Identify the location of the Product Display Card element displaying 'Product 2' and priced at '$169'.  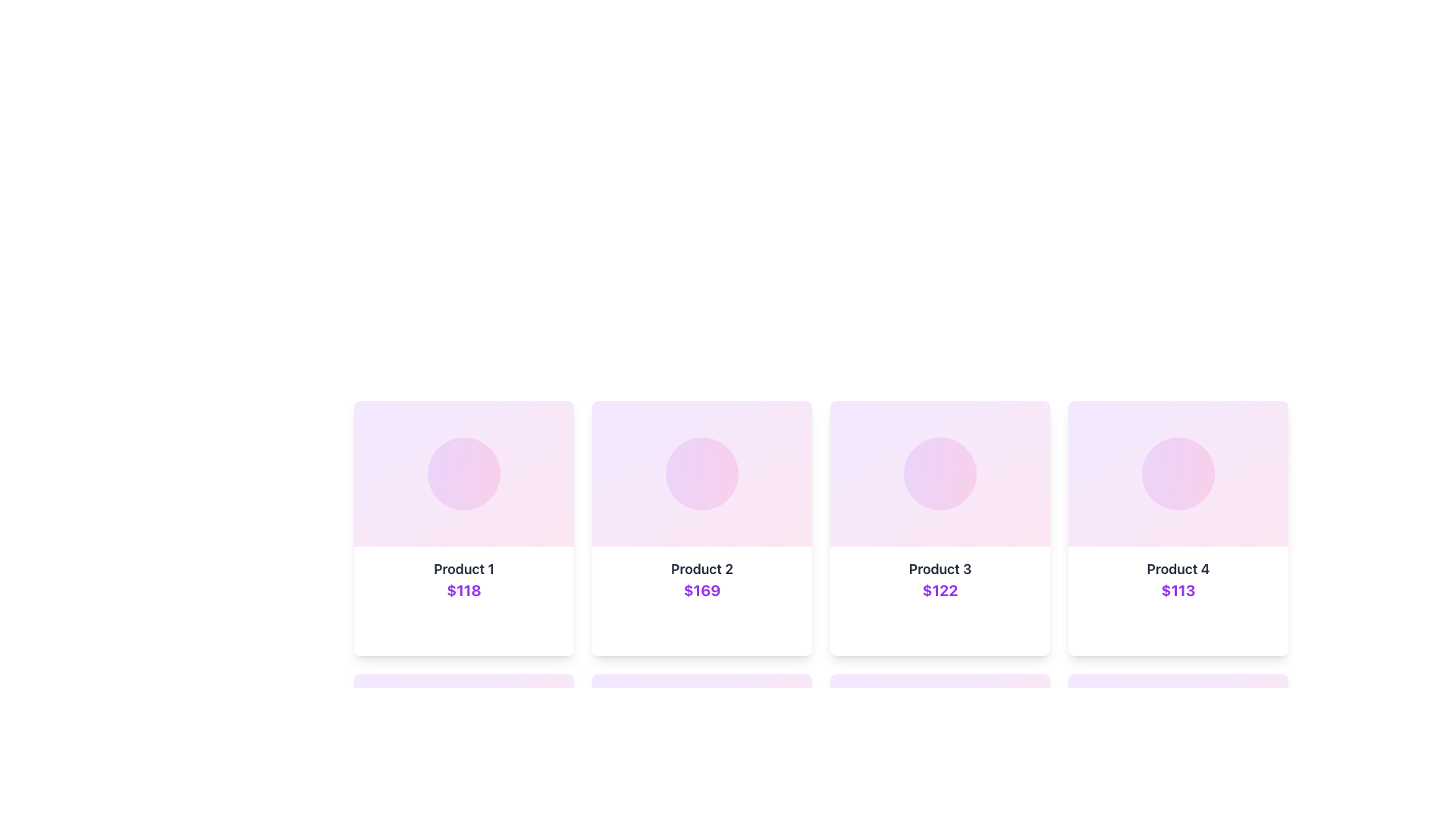
(701, 601).